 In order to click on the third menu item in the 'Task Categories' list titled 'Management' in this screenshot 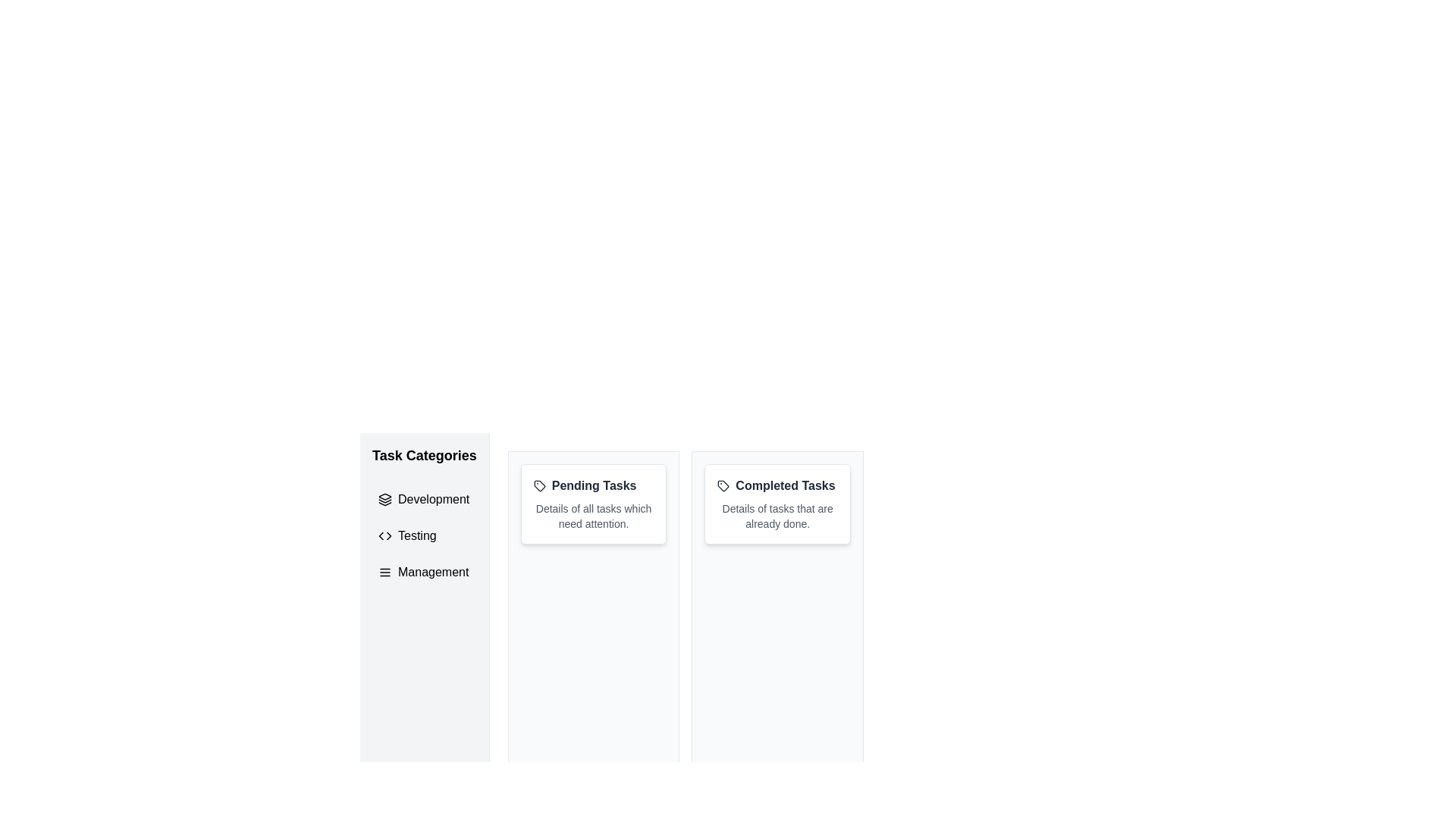, I will do `click(424, 573)`.